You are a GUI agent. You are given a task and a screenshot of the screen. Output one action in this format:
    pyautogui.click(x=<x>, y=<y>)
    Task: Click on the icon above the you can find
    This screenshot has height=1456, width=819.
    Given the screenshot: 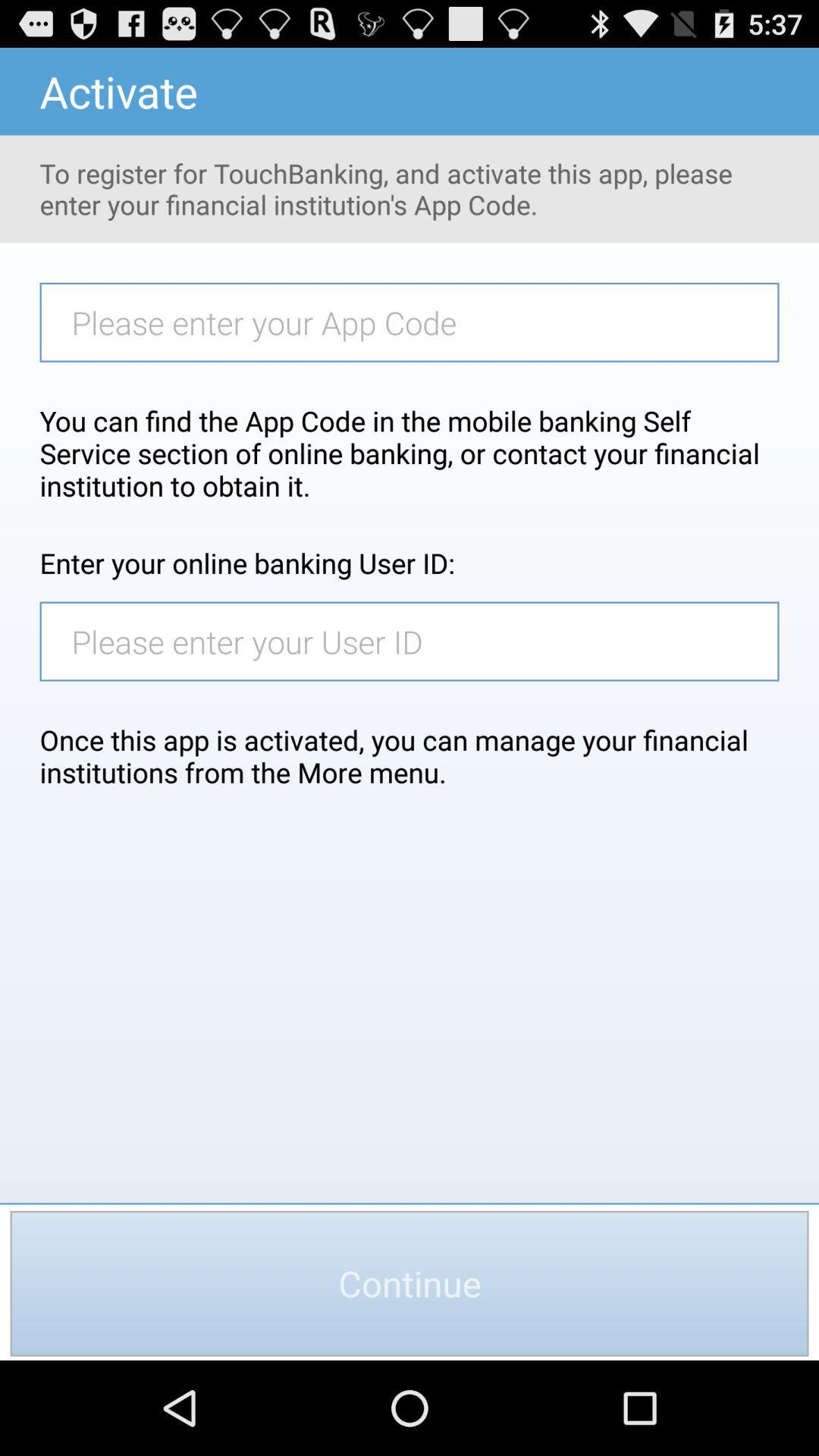 What is the action you would take?
    pyautogui.click(x=417, y=322)
    